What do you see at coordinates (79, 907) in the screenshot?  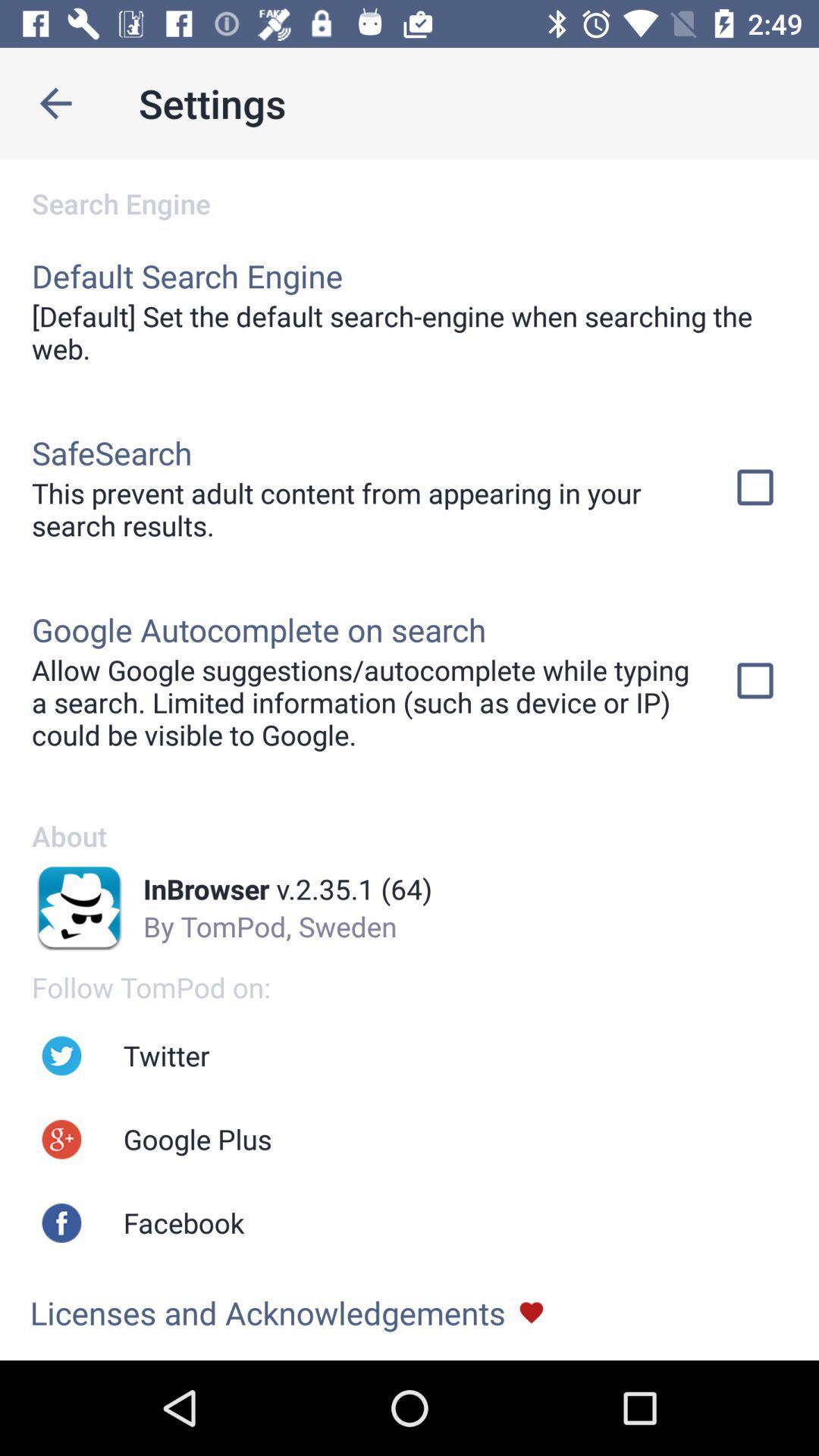 I see `the logo beside the text inbrowser` at bounding box center [79, 907].